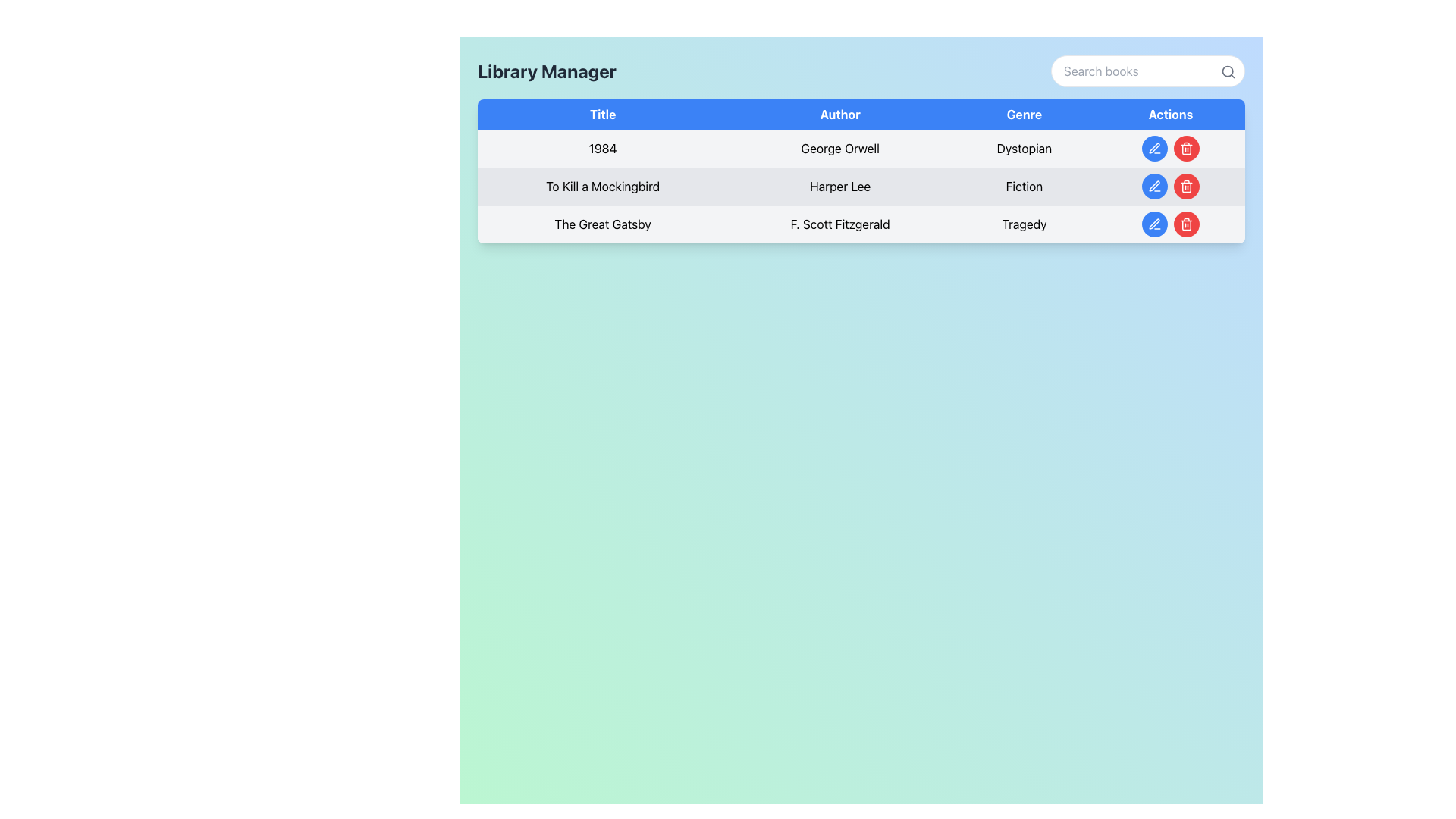  What do you see at coordinates (602, 186) in the screenshot?
I see `the text label displaying 'To Kill a Mockingbird', which is located in the first column of the second row under the 'Title' column of a data table` at bounding box center [602, 186].